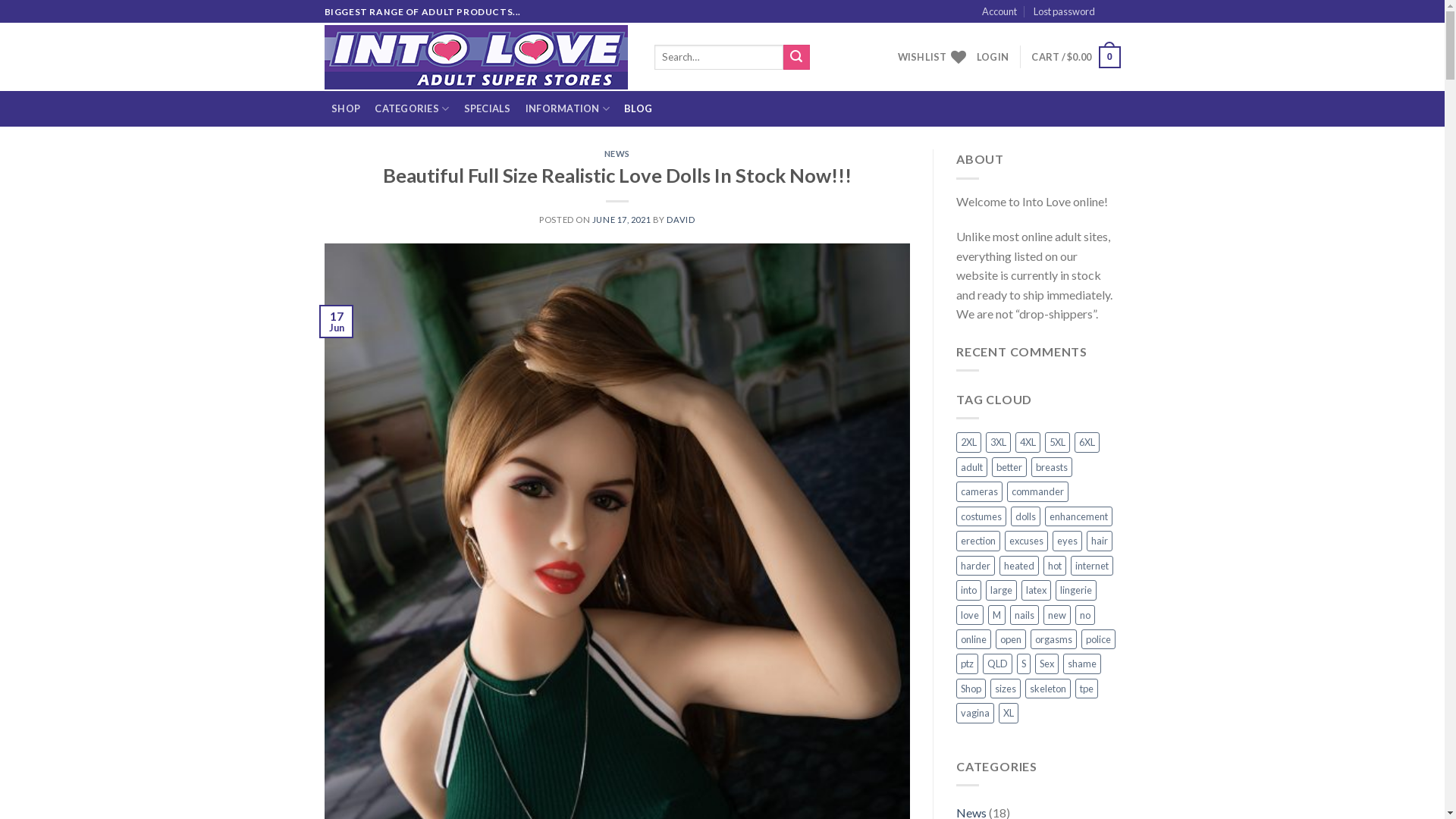  Describe the element at coordinates (971, 688) in the screenshot. I see `'Shop'` at that location.